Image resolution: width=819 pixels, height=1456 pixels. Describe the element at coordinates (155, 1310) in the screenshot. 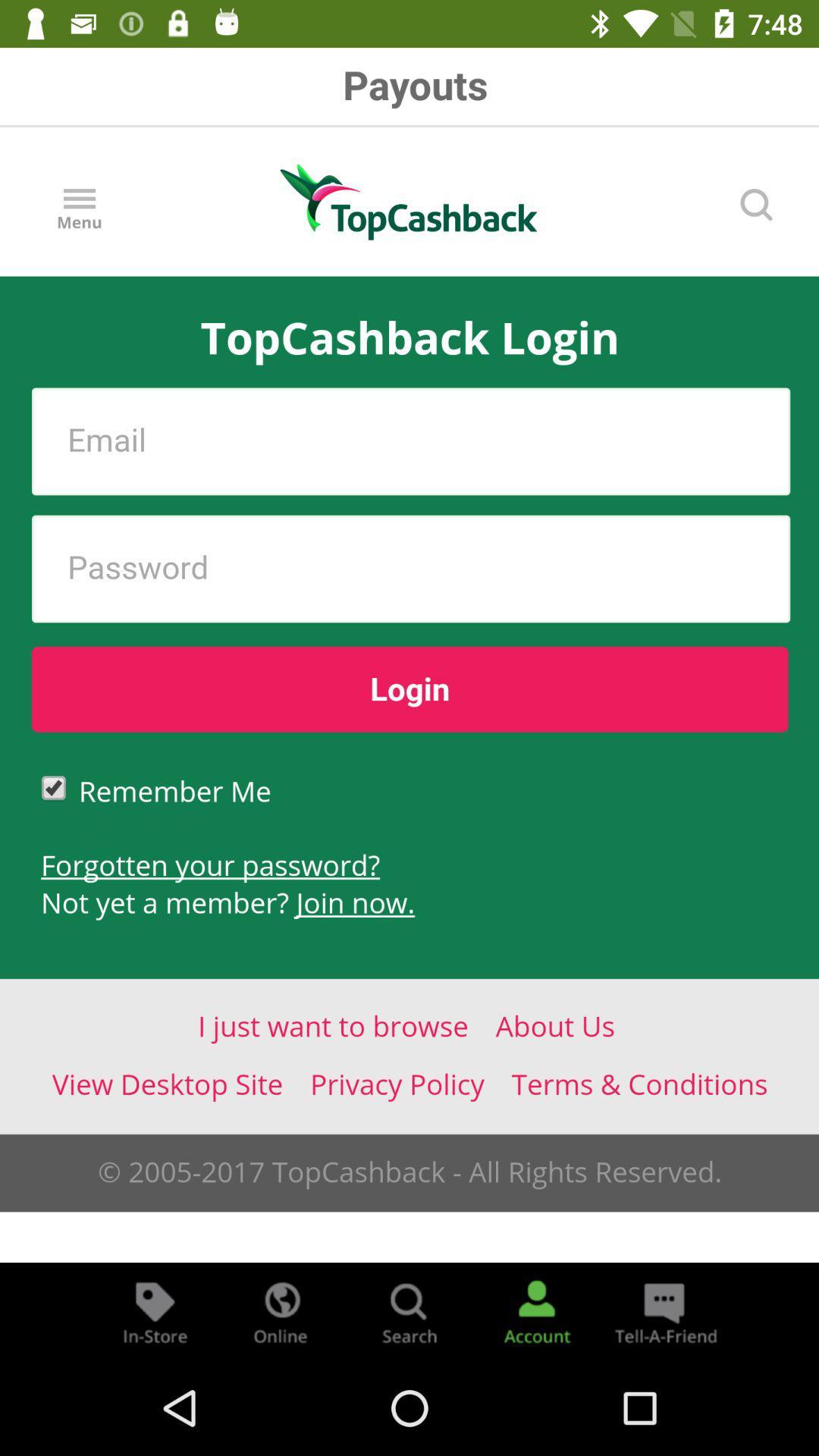

I see `store` at that location.